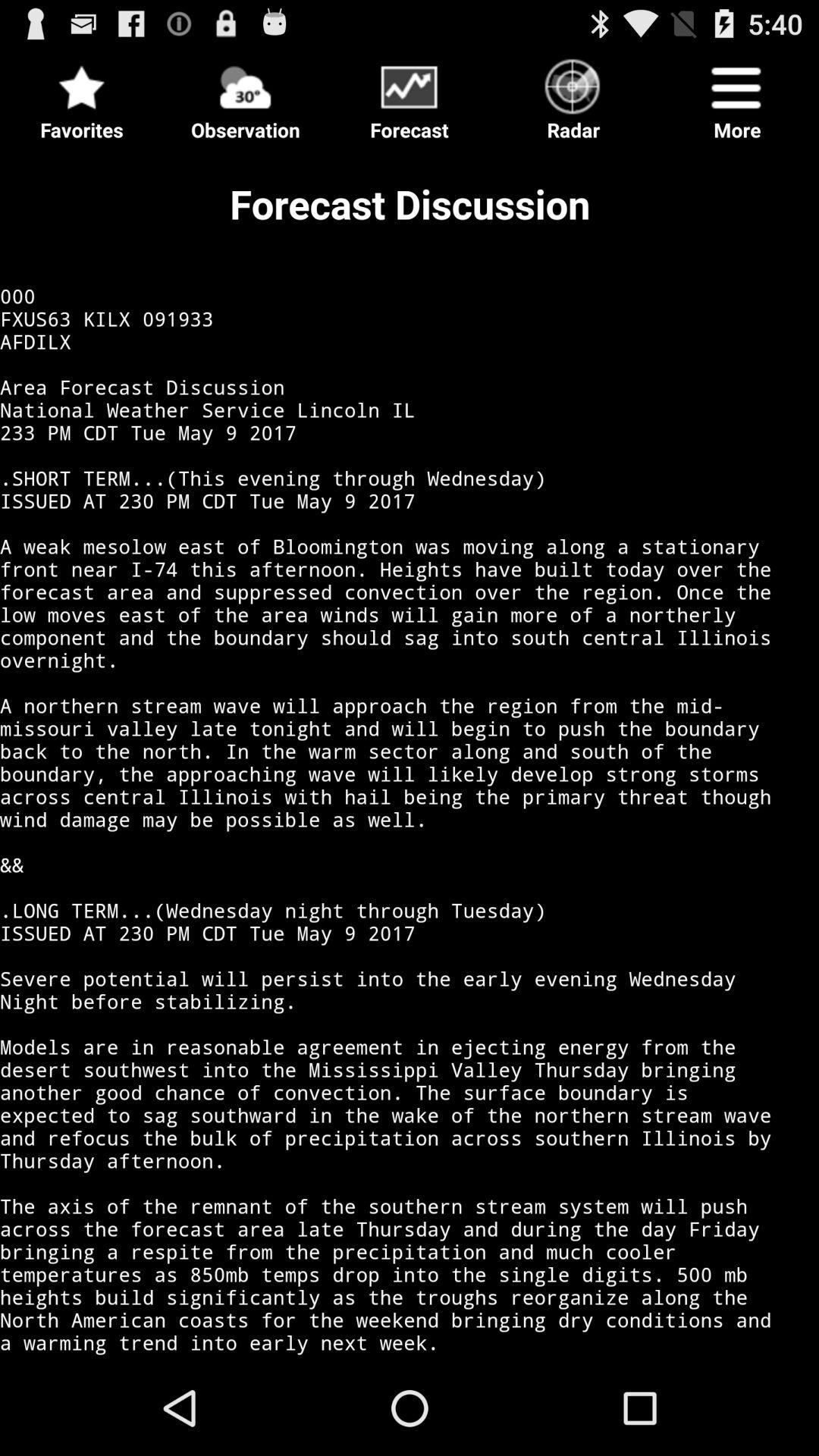  I want to click on radar icon, so click(573, 94).